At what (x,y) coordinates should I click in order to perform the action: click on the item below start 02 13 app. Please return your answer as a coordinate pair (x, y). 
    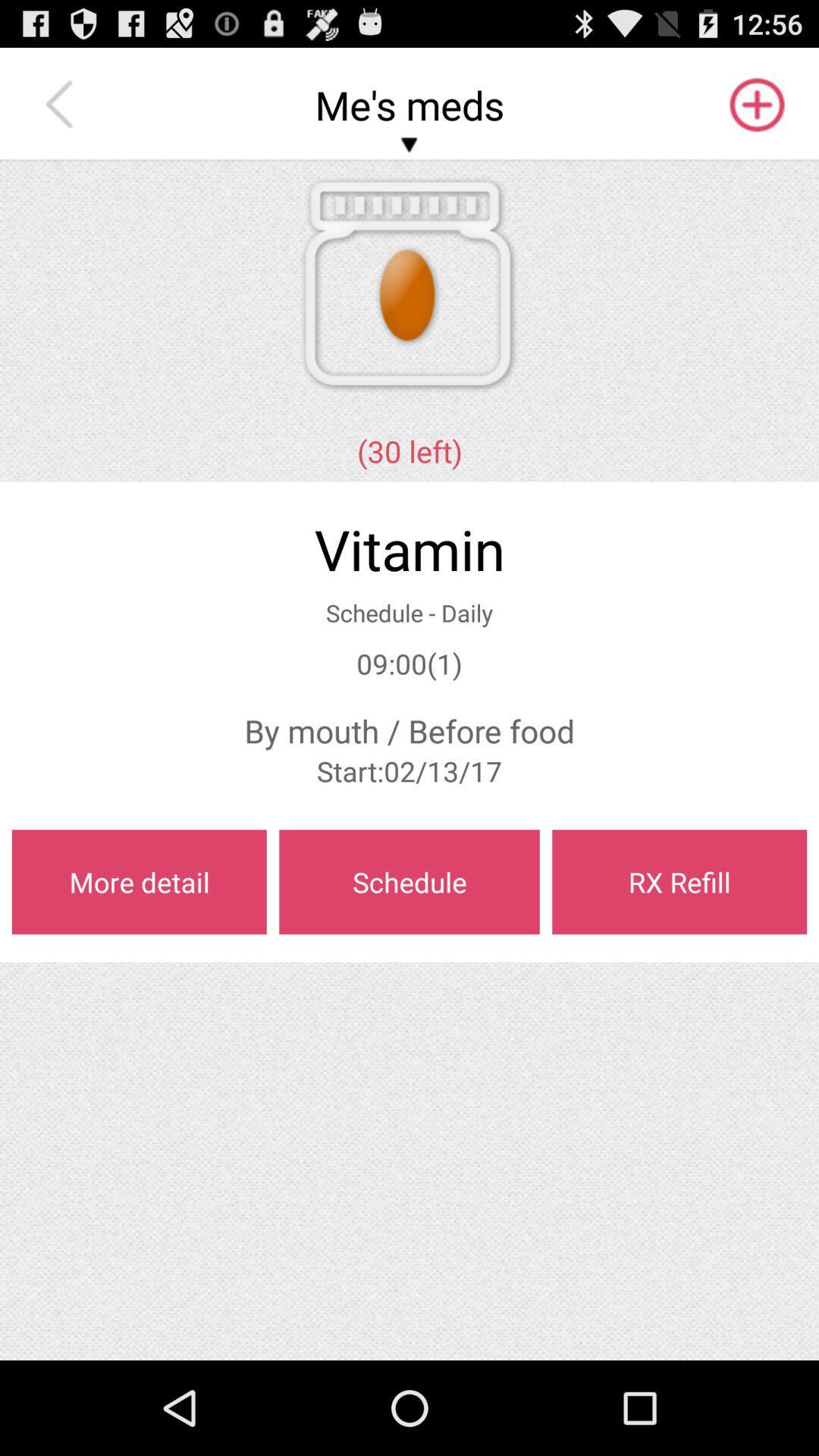
    Looking at the image, I should click on (139, 882).